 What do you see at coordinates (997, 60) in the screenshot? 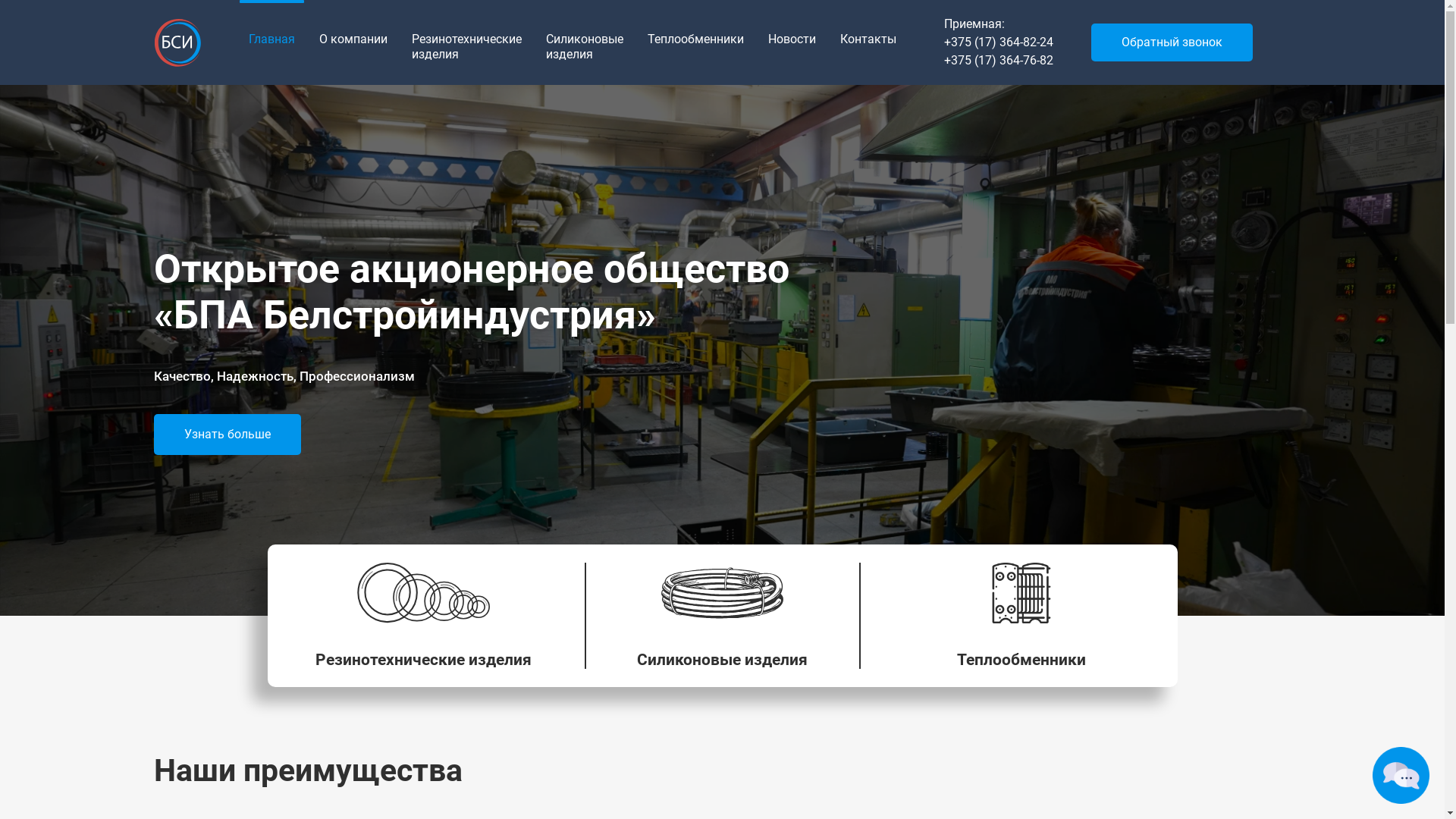
I see `'+375 (17) 364-76-82'` at bounding box center [997, 60].